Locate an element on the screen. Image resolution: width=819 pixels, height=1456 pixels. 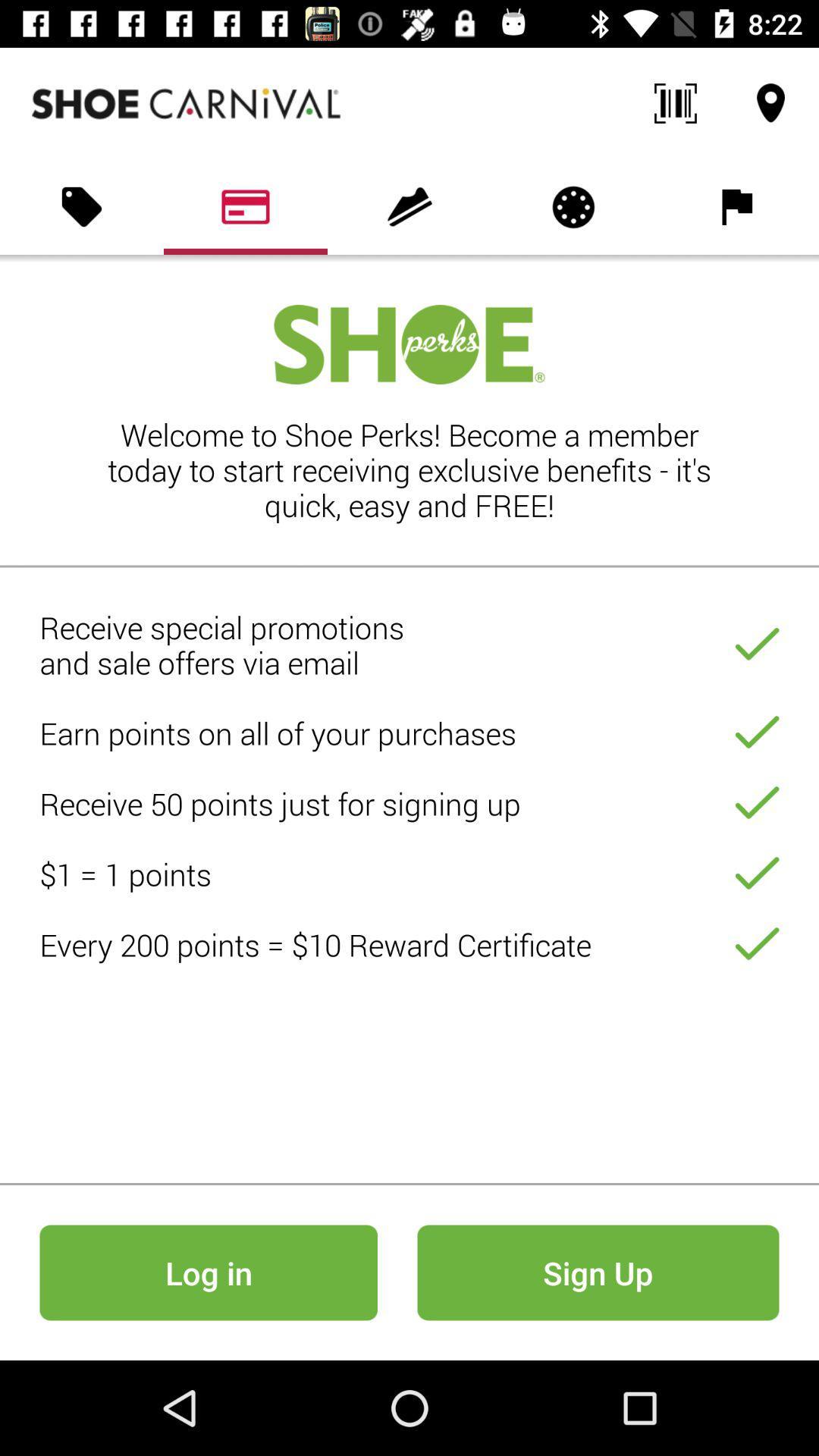
the symbol which is to the immediate left of navigation symbol is located at coordinates (675, 103).